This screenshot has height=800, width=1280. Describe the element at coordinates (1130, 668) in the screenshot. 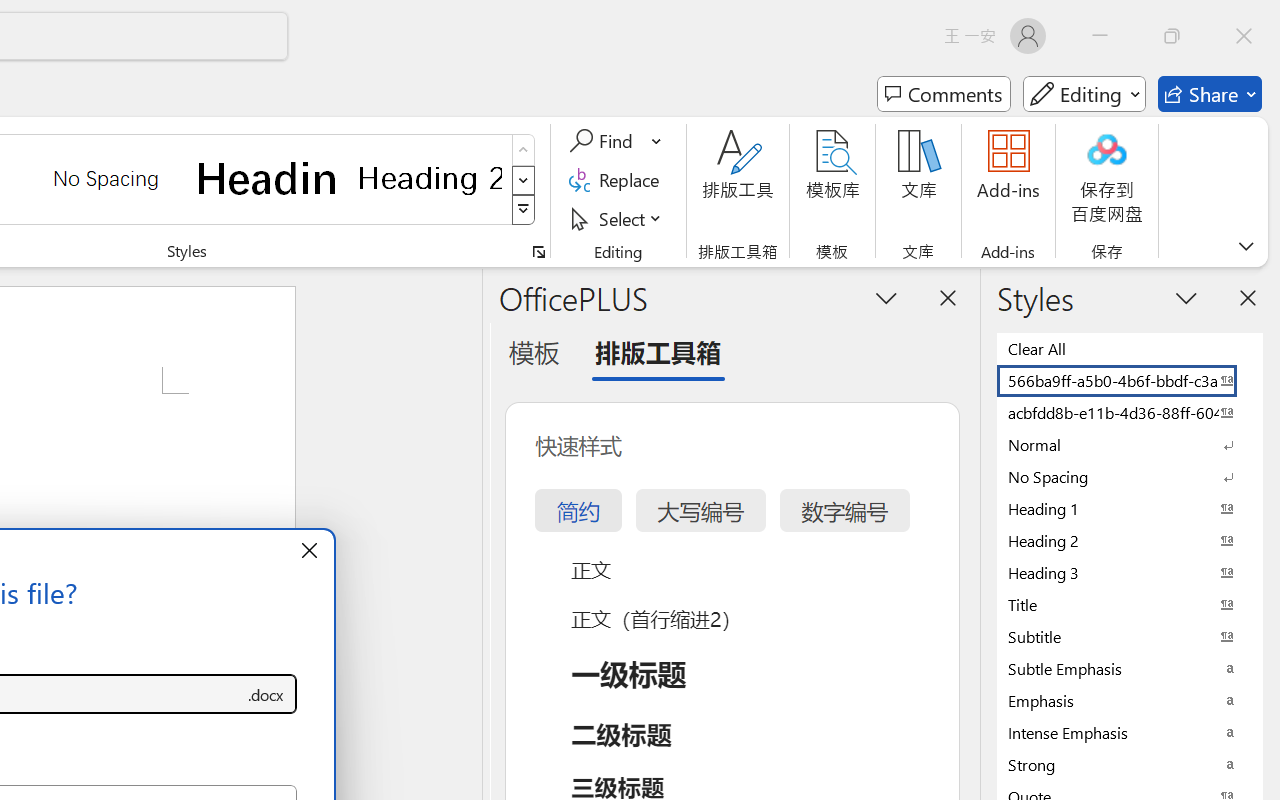

I see `'Subtle Emphasis'` at that location.